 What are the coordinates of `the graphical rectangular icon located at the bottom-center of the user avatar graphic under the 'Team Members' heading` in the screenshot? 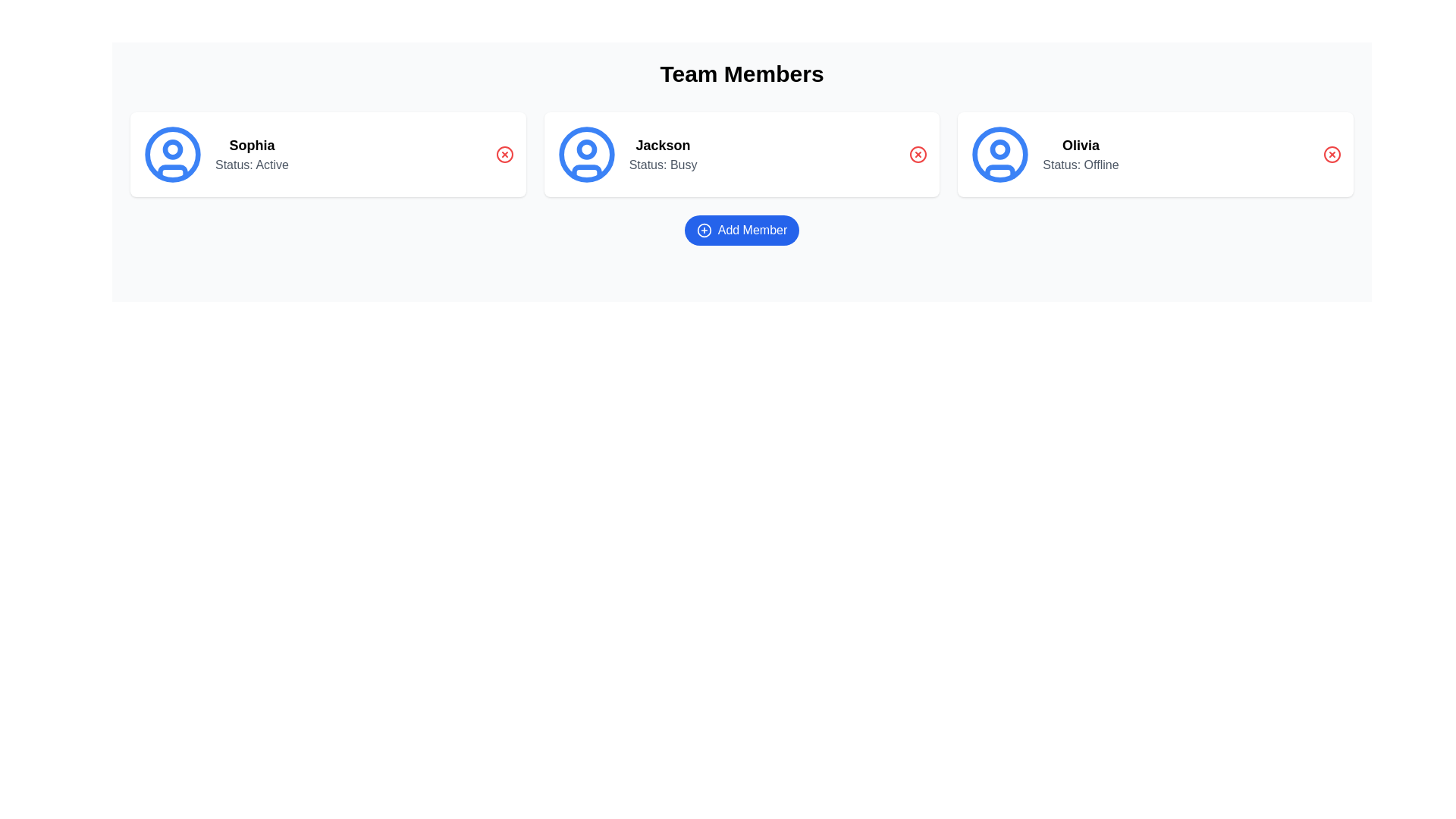 It's located at (172, 171).